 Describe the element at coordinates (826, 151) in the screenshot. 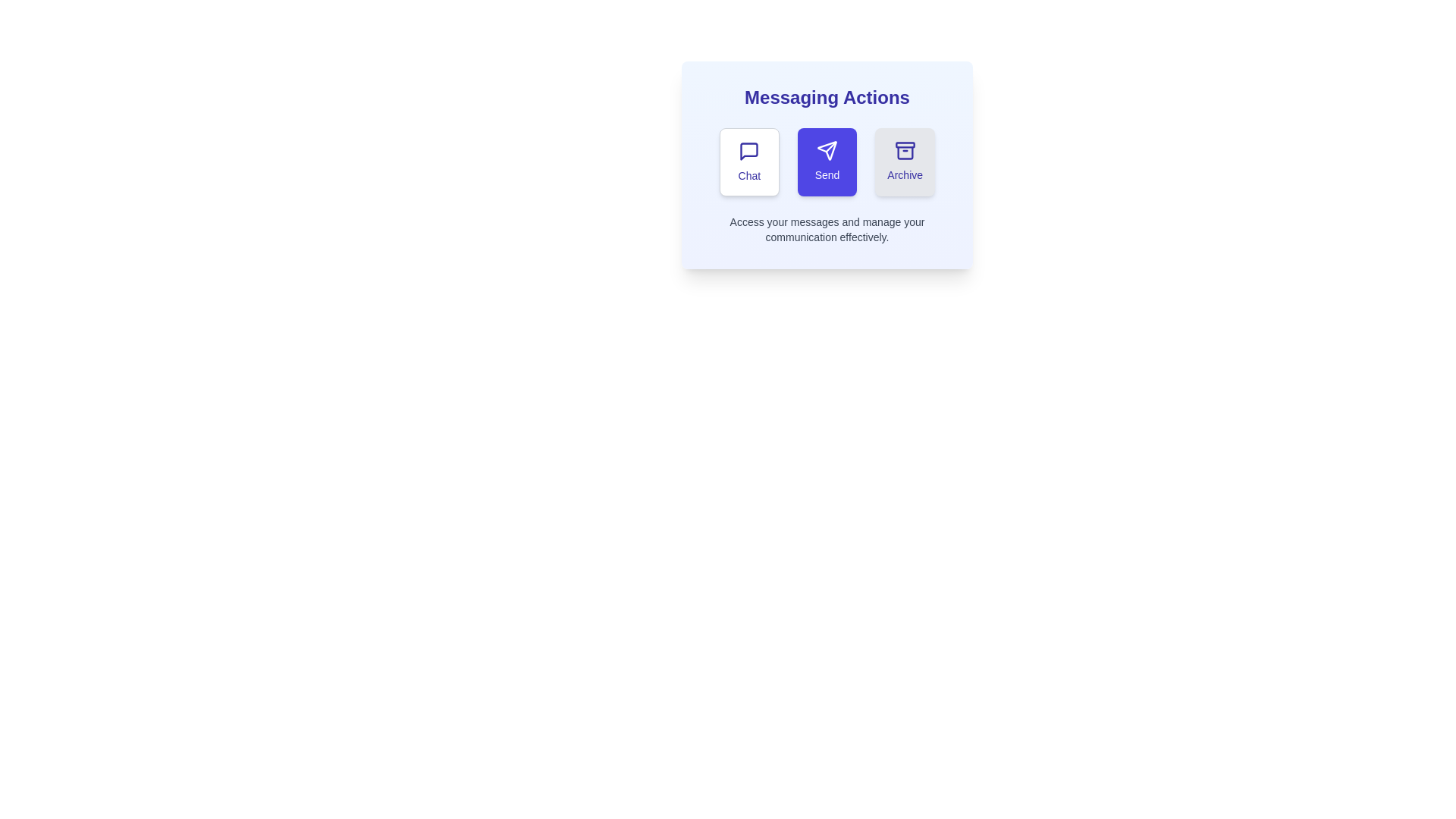

I see `the 'send' icon located at the center of the 'Send' button in a group of buttons labeled 'Chat', 'Send', and 'Archive'` at that location.